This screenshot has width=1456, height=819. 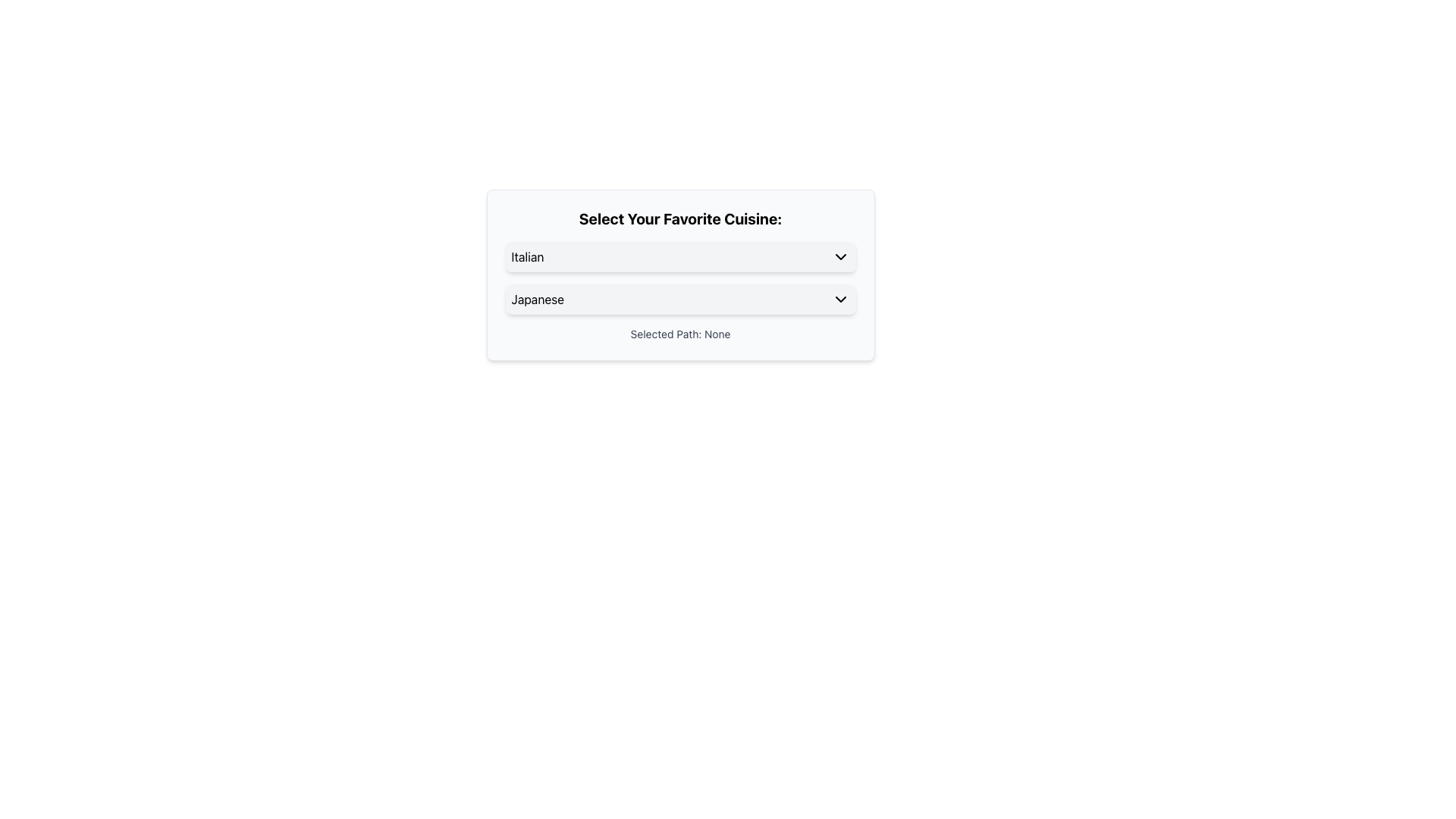 I want to click on the dropdown menu labeled 'Italian', so click(x=679, y=256).